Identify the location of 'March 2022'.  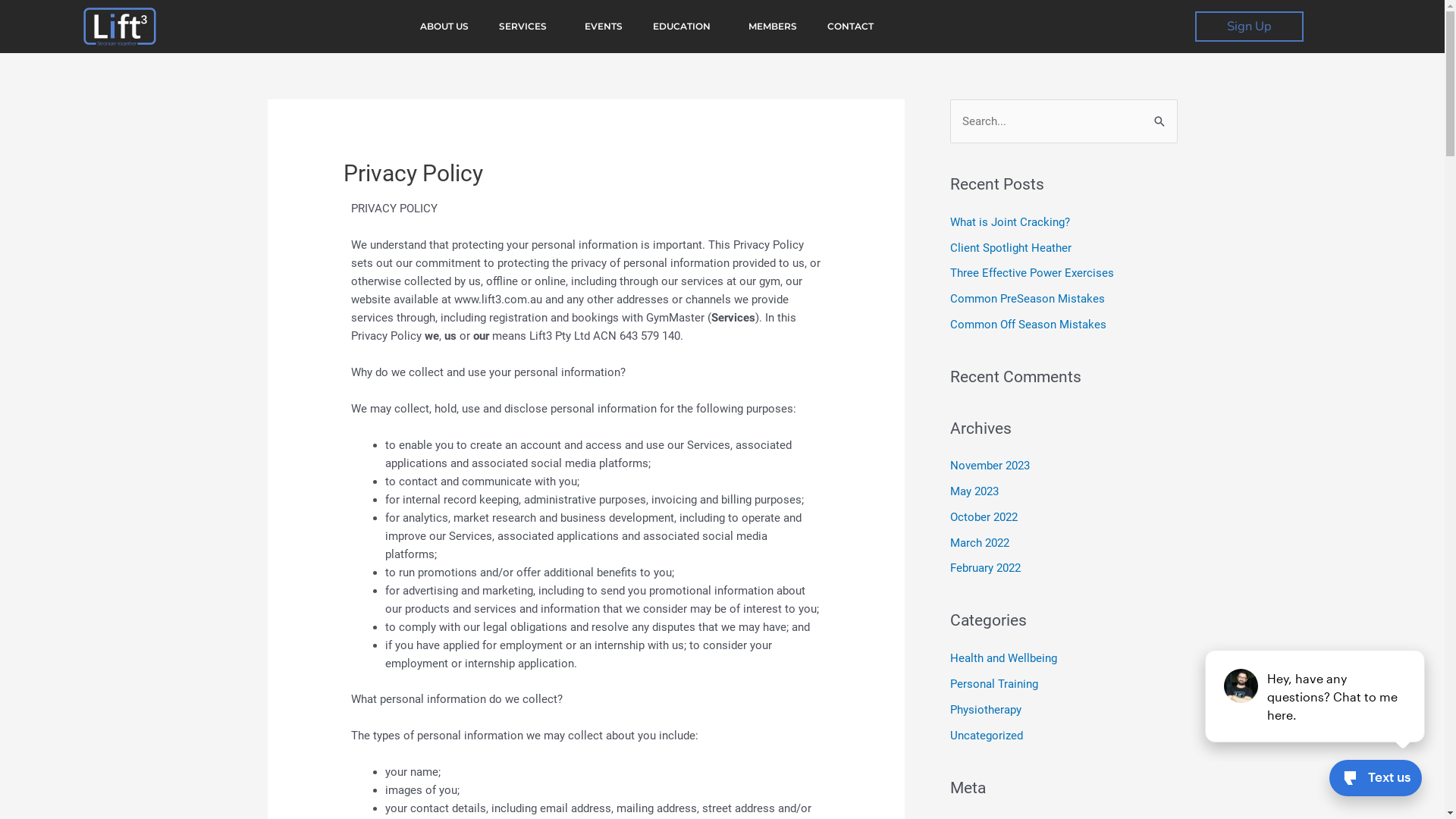
(979, 542).